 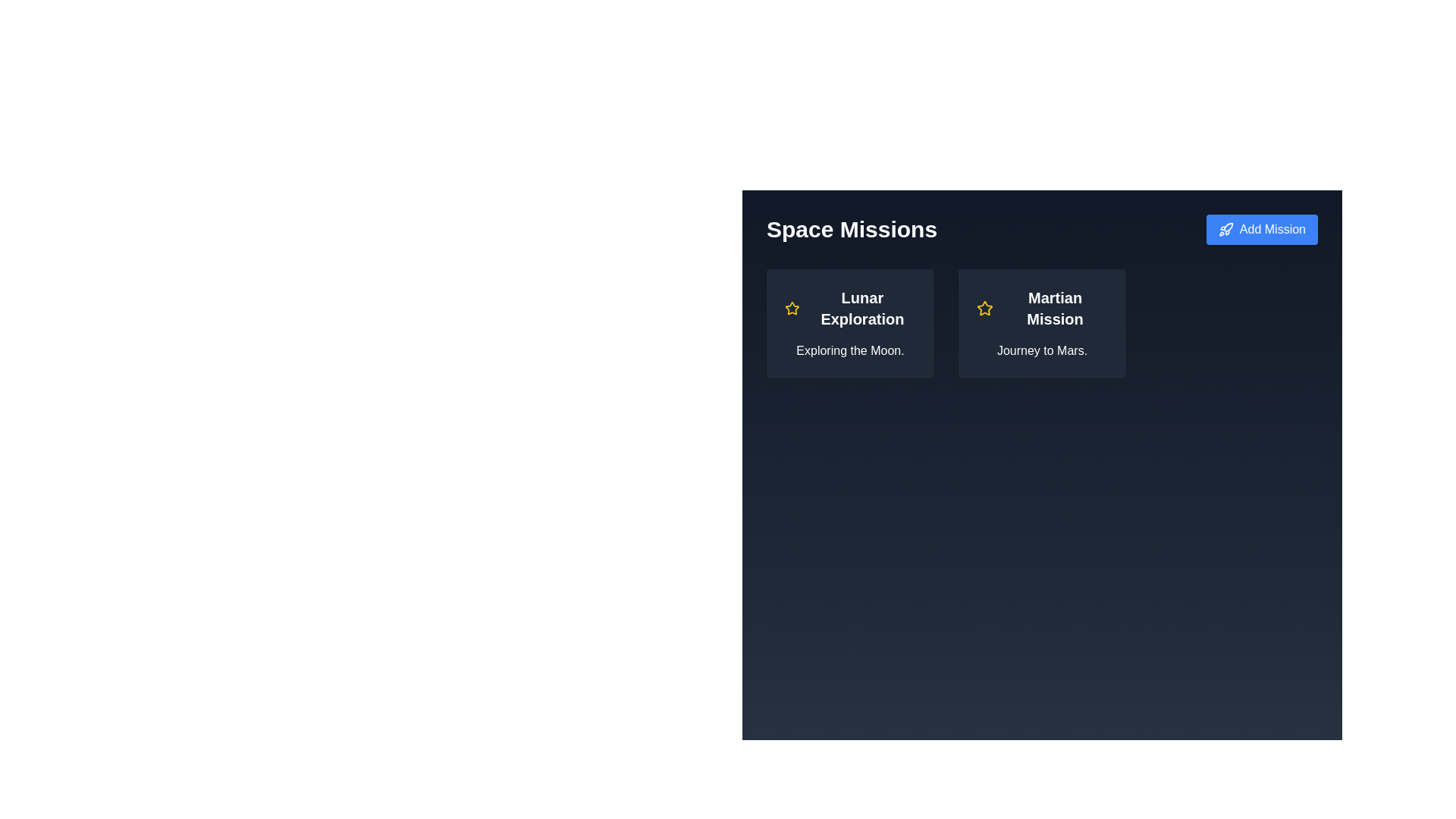 What do you see at coordinates (850, 323) in the screenshot?
I see `the card titled 'Lunar Exploration'` at bounding box center [850, 323].